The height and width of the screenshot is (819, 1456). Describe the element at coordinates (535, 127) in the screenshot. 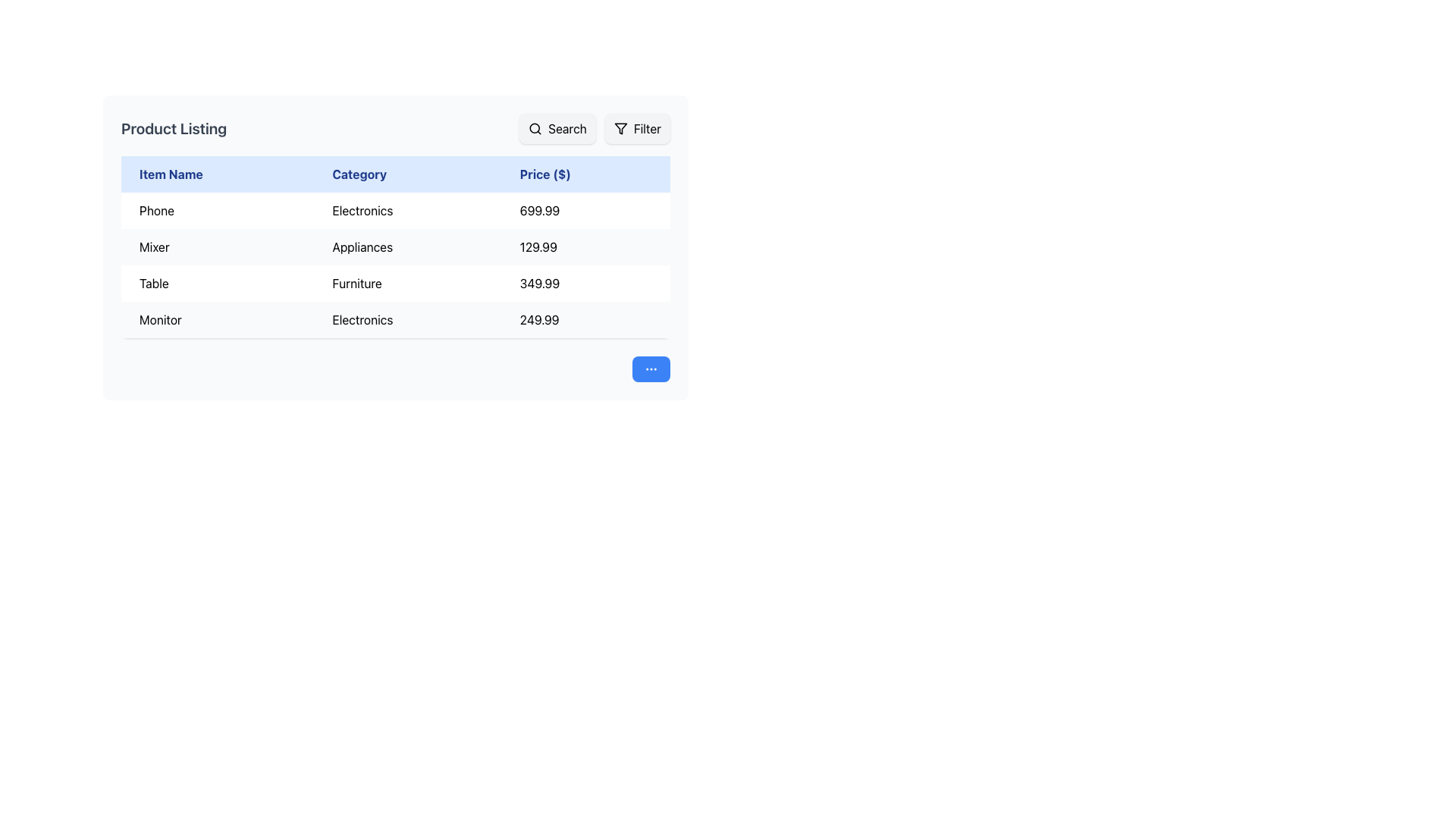

I see `the search icon within the 'Search' button located at the top-right corner of the interface to observe any hover-specific effects` at that location.